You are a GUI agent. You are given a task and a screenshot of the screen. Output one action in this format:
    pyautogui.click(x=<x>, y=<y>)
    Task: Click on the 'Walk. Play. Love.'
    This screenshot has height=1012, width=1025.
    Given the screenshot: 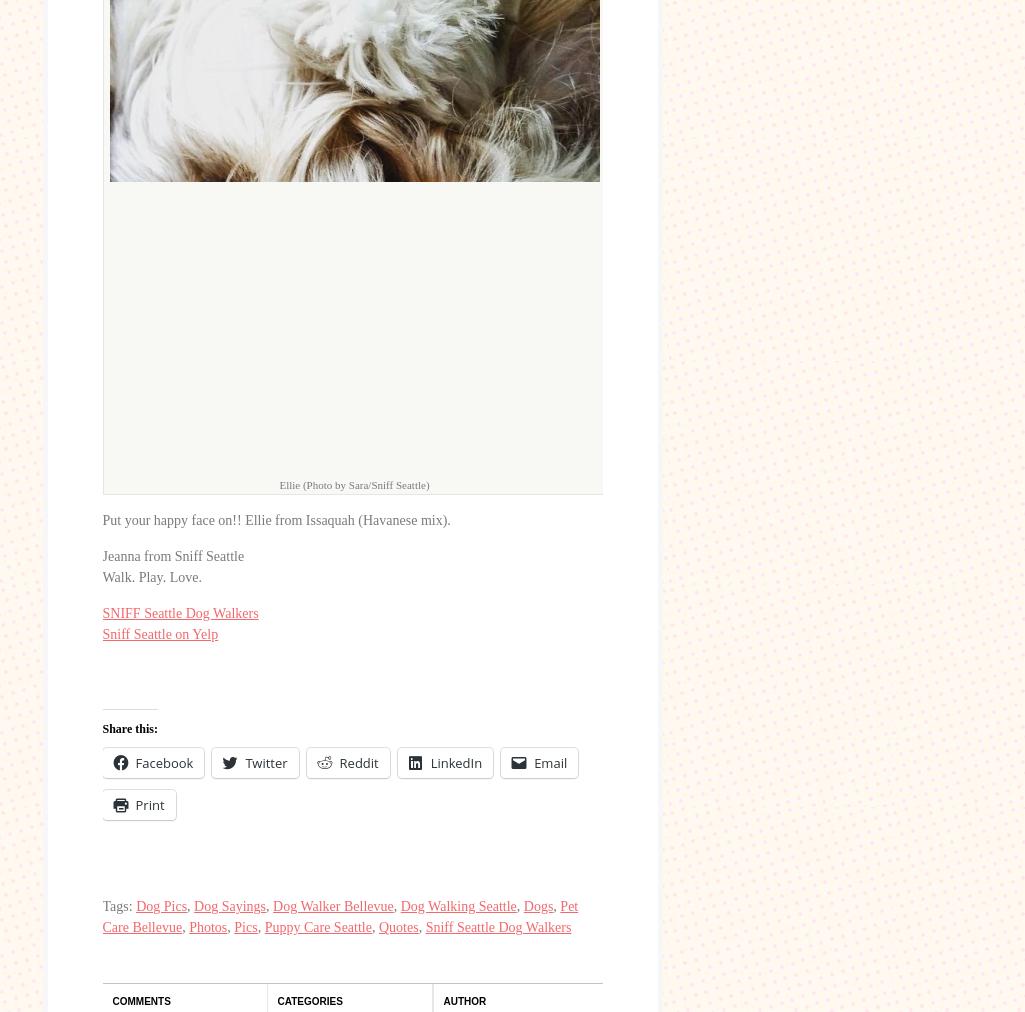 What is the action you would take?
    pyautogui.click(x=150, y=576)
    